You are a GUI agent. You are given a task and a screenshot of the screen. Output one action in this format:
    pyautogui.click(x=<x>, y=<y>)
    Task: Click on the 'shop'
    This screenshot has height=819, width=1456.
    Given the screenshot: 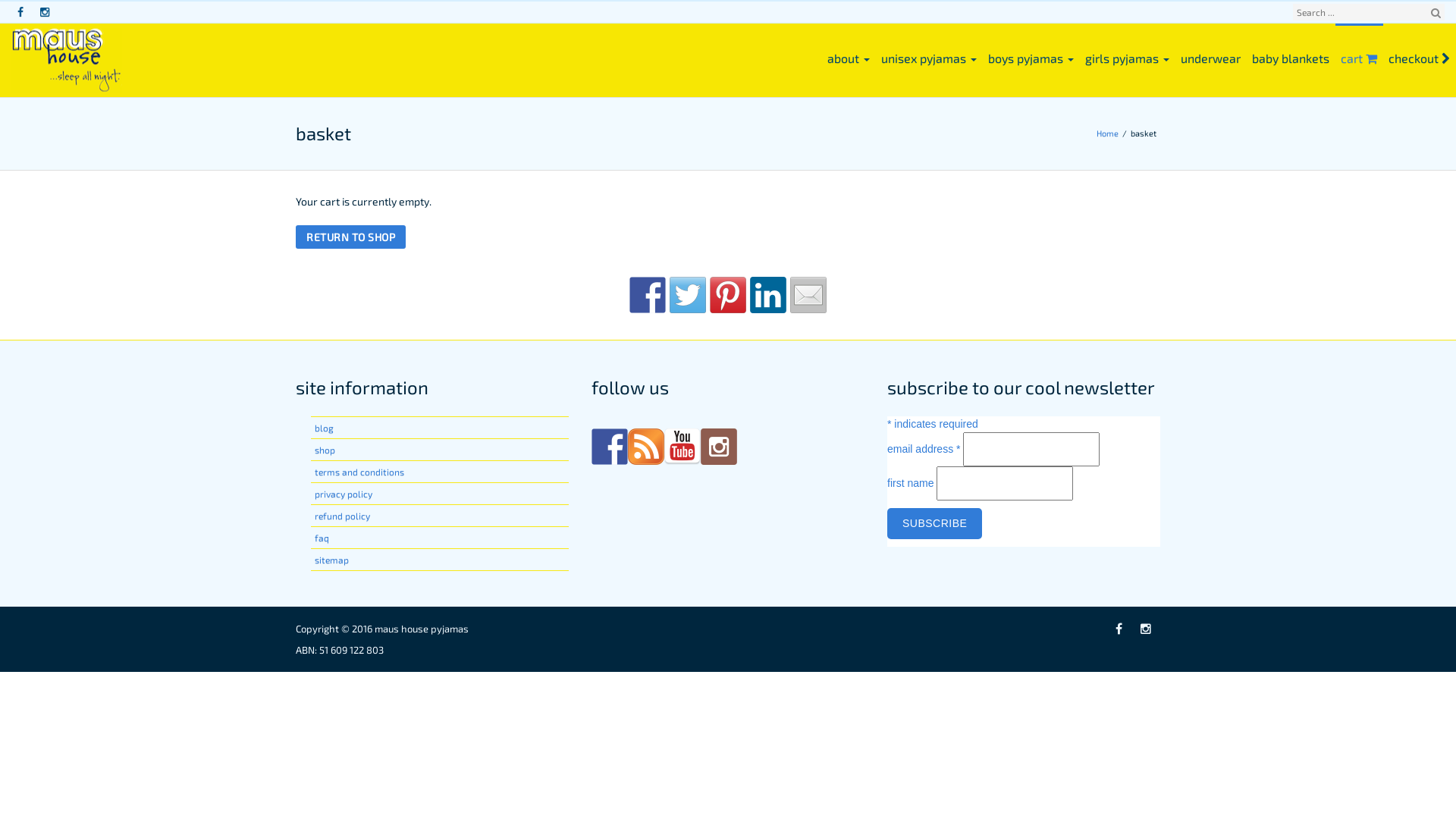 What is the action you would take?
    pyautogui.click(x=324, y=449)
    